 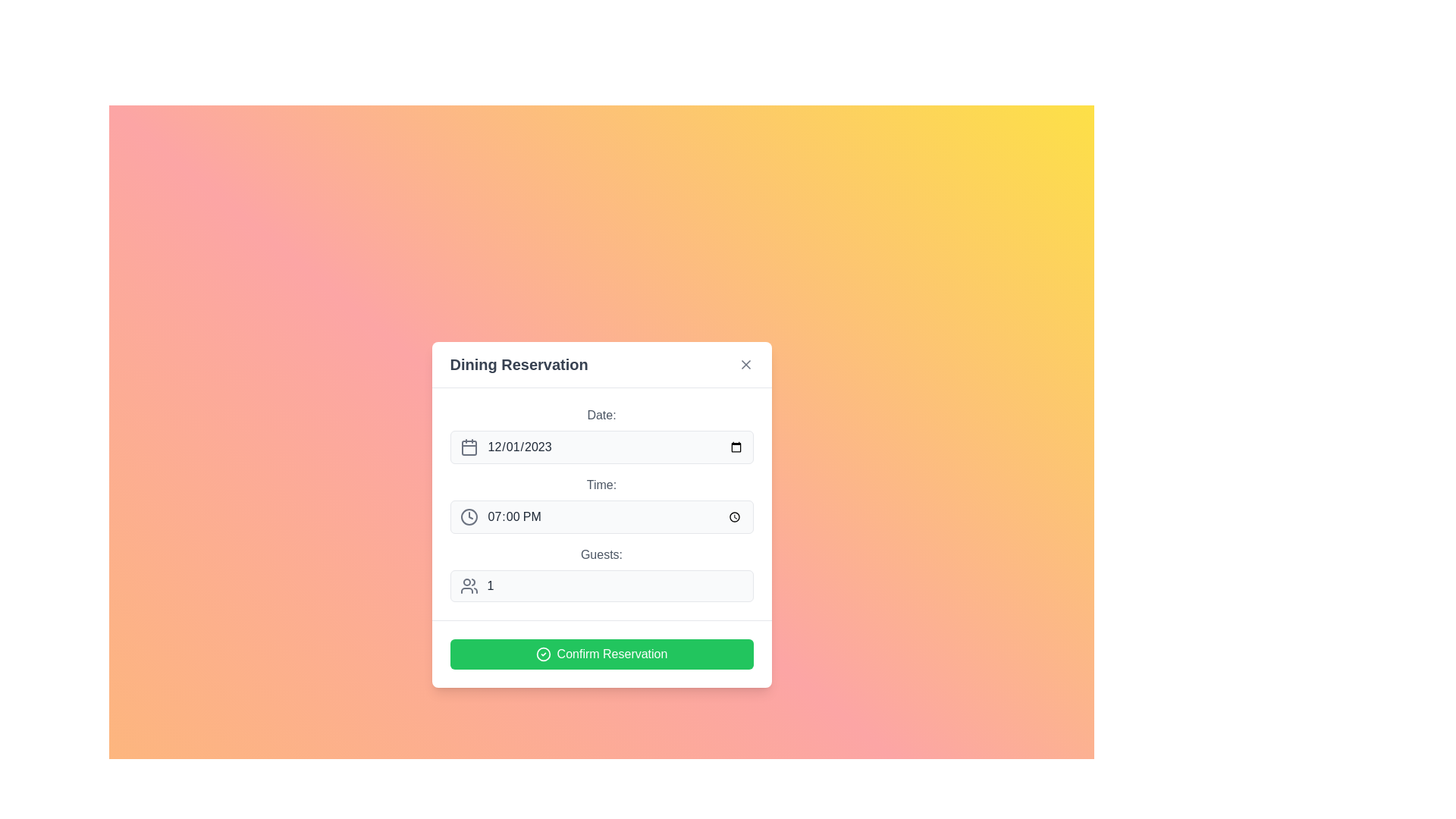 I want to click on the clock icon with a circular border and clock hands located to the left of the time input field labeled '07:00 PM' in the second row of the form, so click(x=468, y=516).